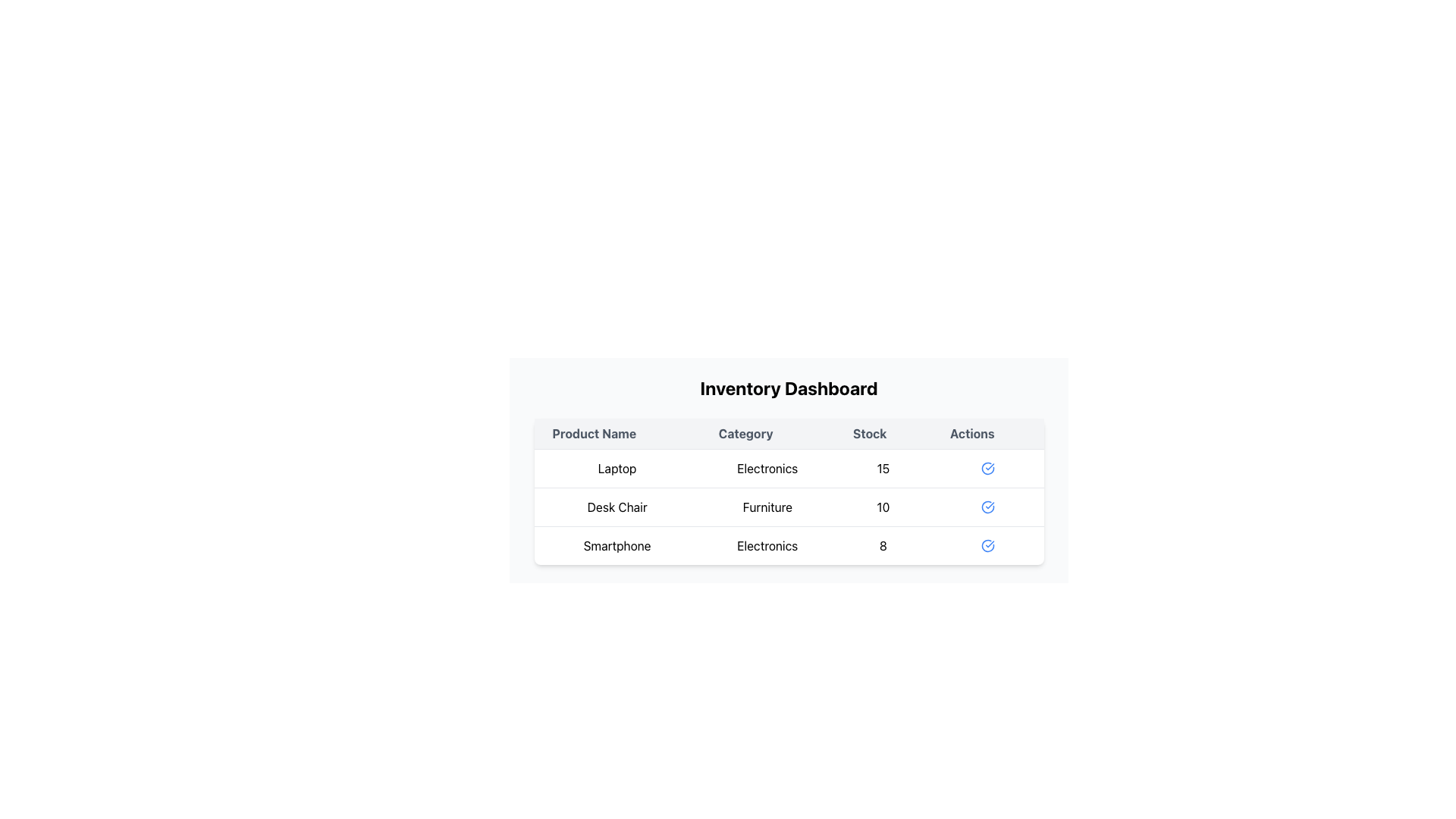  What do you see at coordinates (617, 467) in the screenshot?
I see `the Text Label displaying 'Laptop', which is the first item in the 'Product Name' row of the table` at bounding box center [617, 467].